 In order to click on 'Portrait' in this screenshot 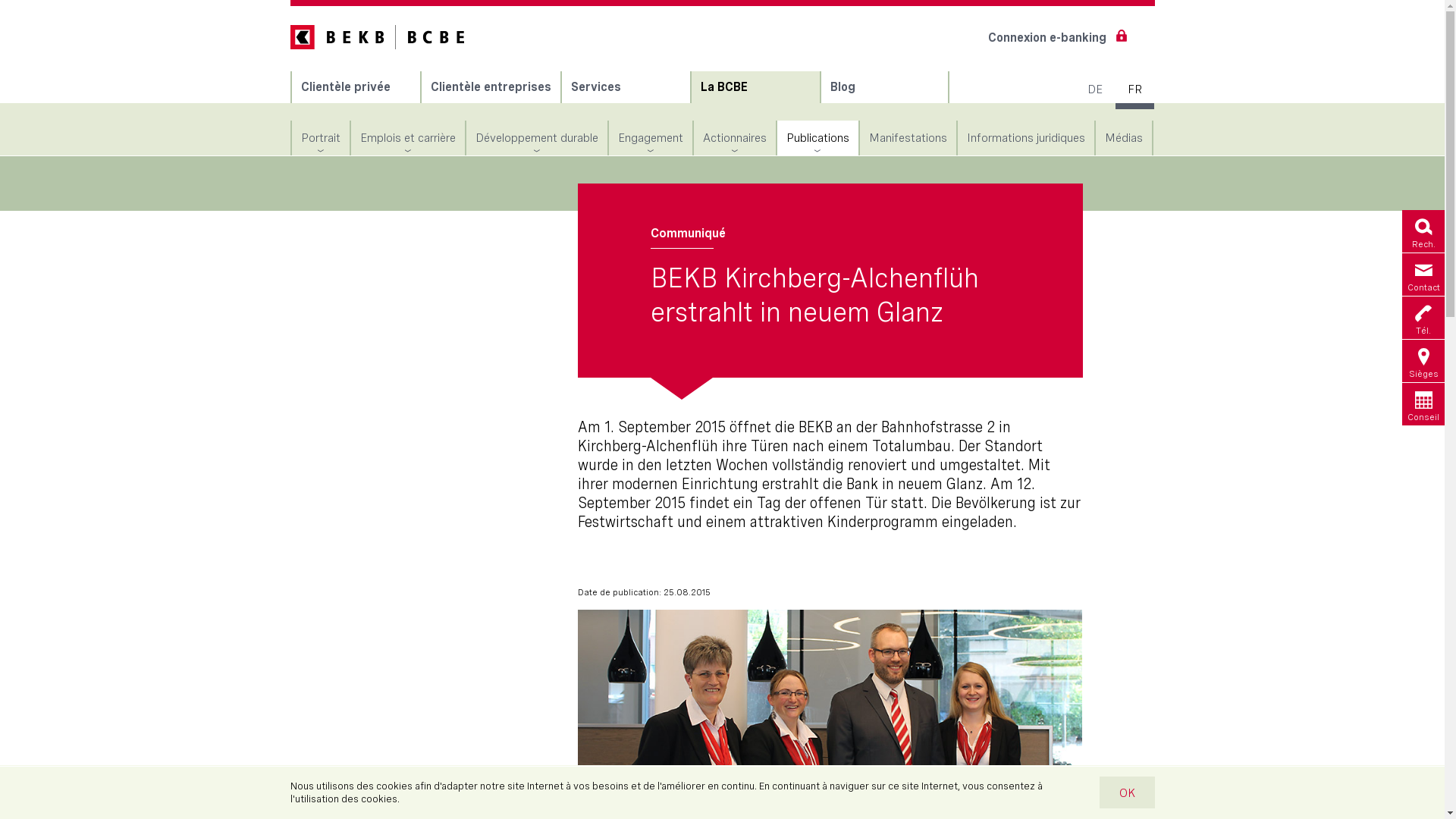, I will do `click(291, 137)`.